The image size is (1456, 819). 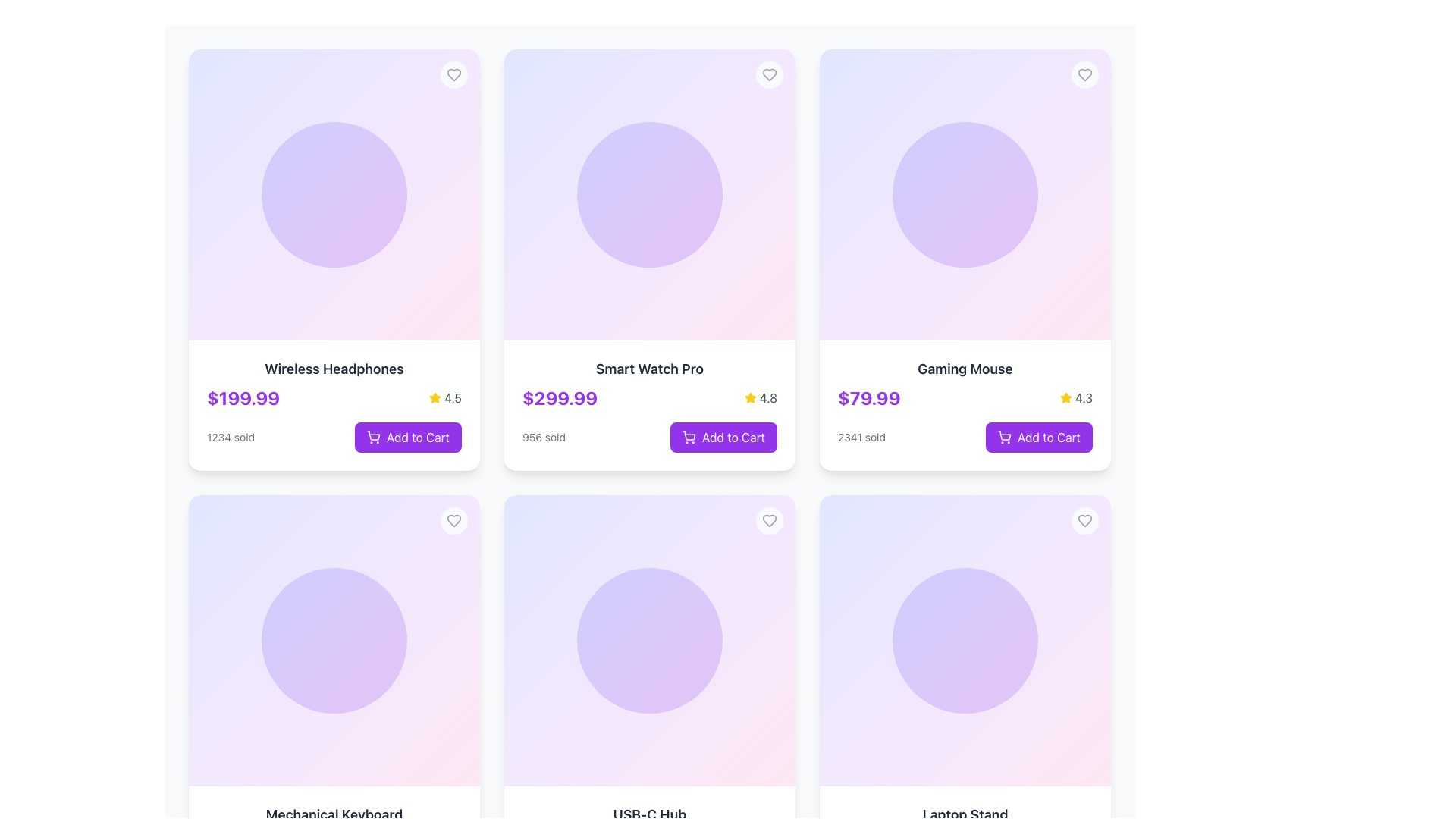 I want to click on the text label displaying the rating '4.8' located in the top-right corner of the product card for 'Smart Watch Pro', adjacent to the yellow star icon, so click(x=761, y=397).